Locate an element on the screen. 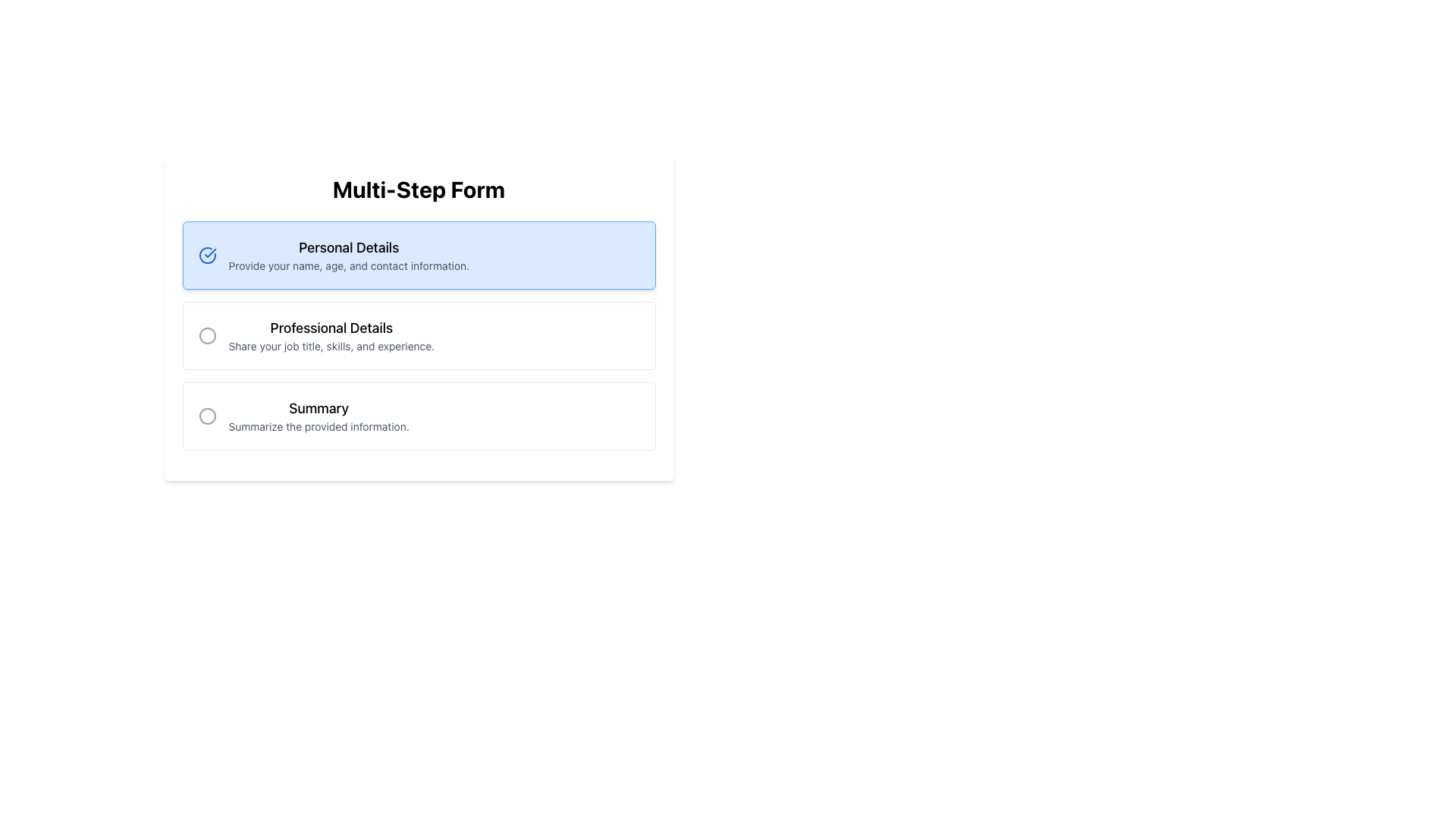  the informational text block that serves as a title and description for the form section, located in the top-left part of the visible layout under 'Multi-Step Form.' is located at coordinates (348, 254).